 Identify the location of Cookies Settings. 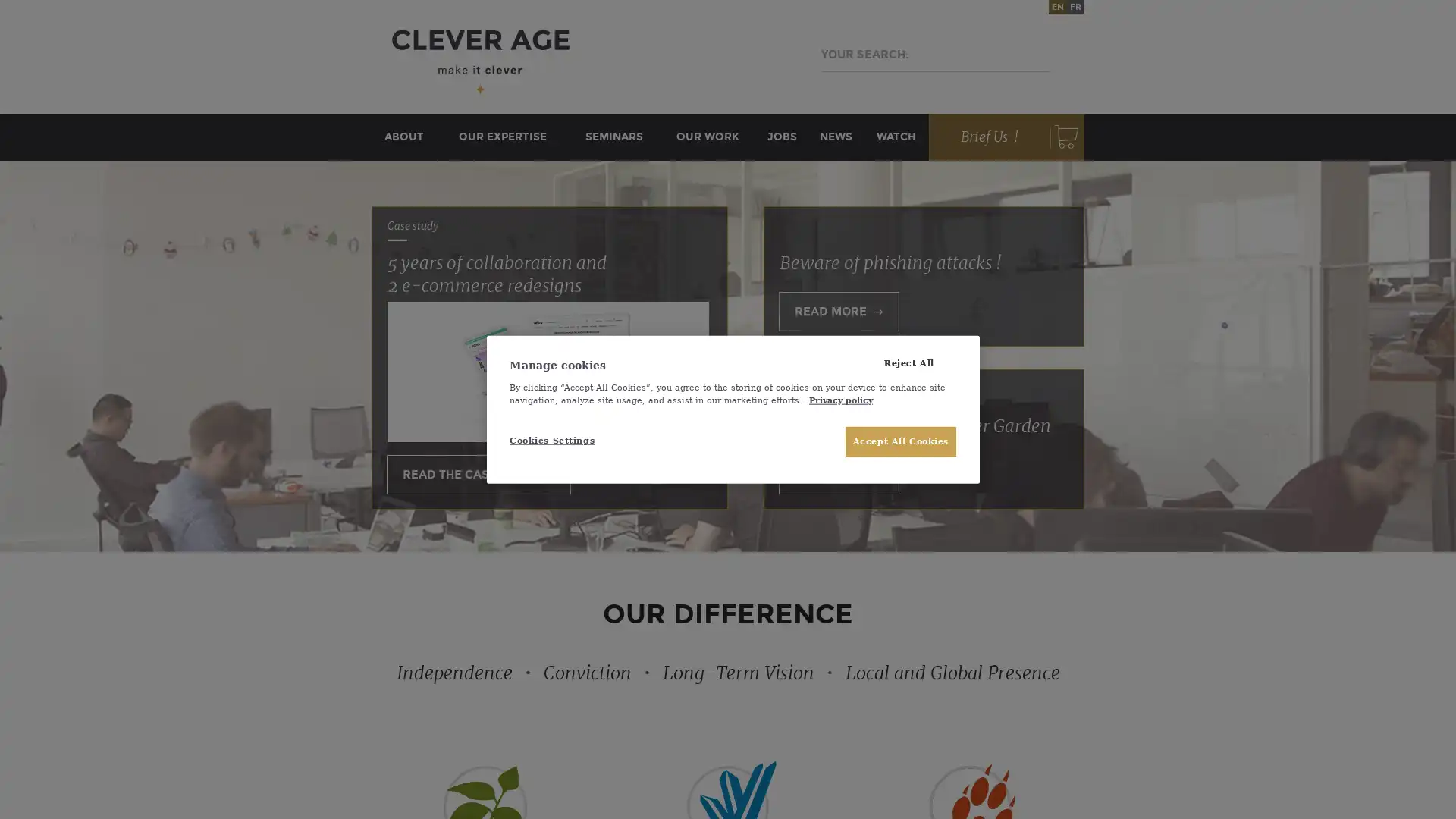
(560, 441).